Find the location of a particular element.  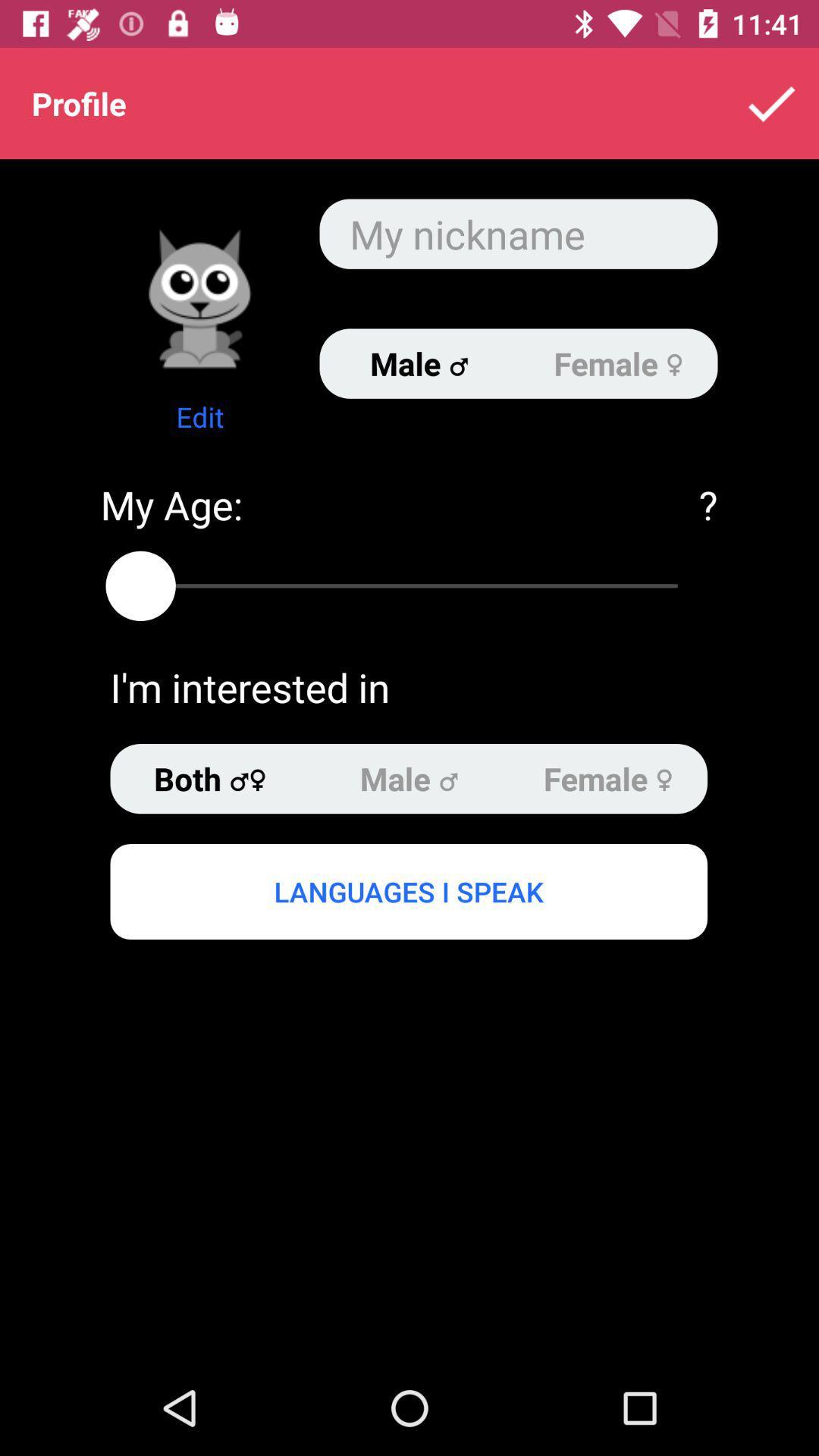

the item next to profile app is located at coordinates (771, 102).